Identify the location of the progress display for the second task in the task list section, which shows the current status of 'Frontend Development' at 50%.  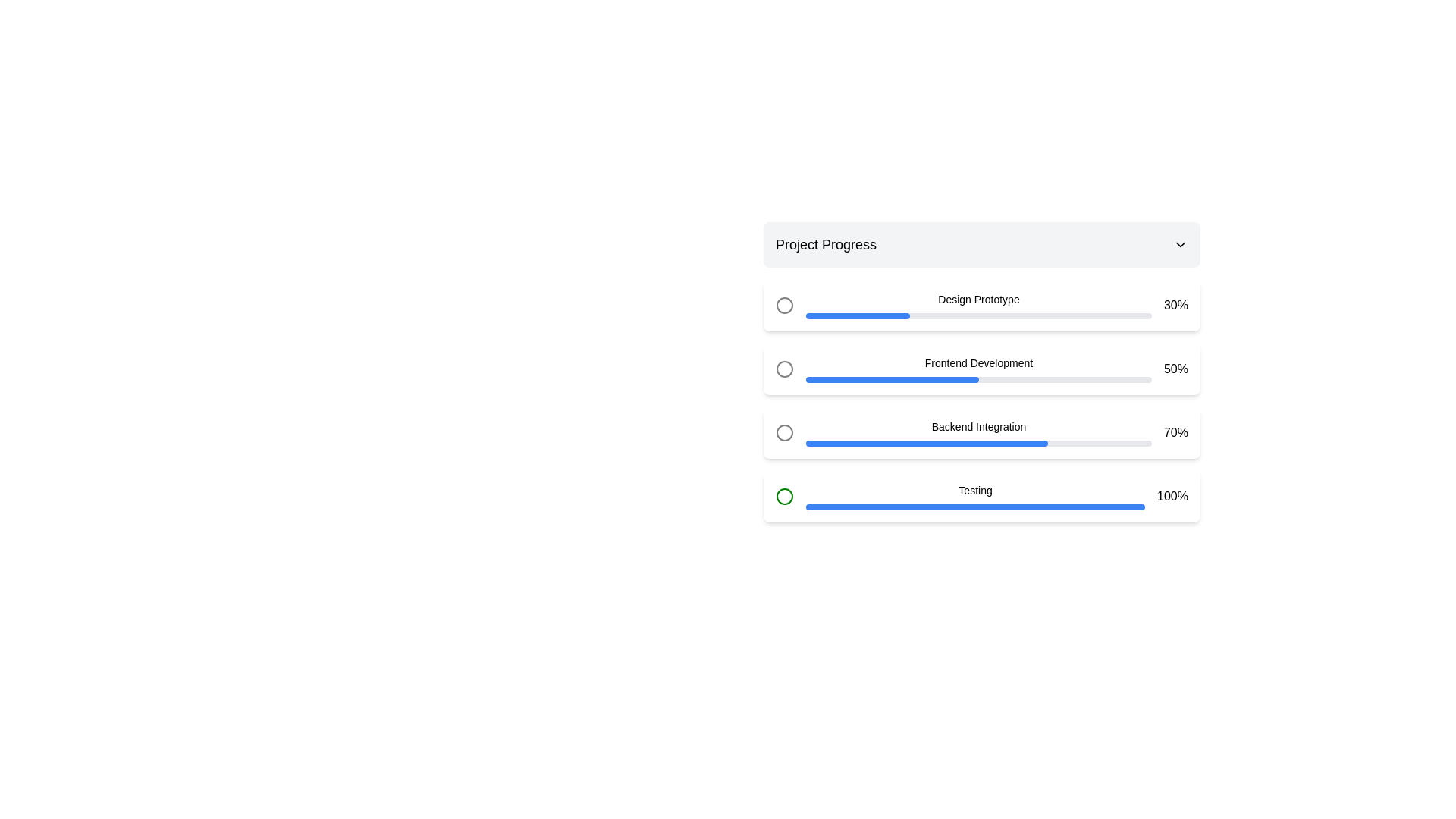
(982, 372).